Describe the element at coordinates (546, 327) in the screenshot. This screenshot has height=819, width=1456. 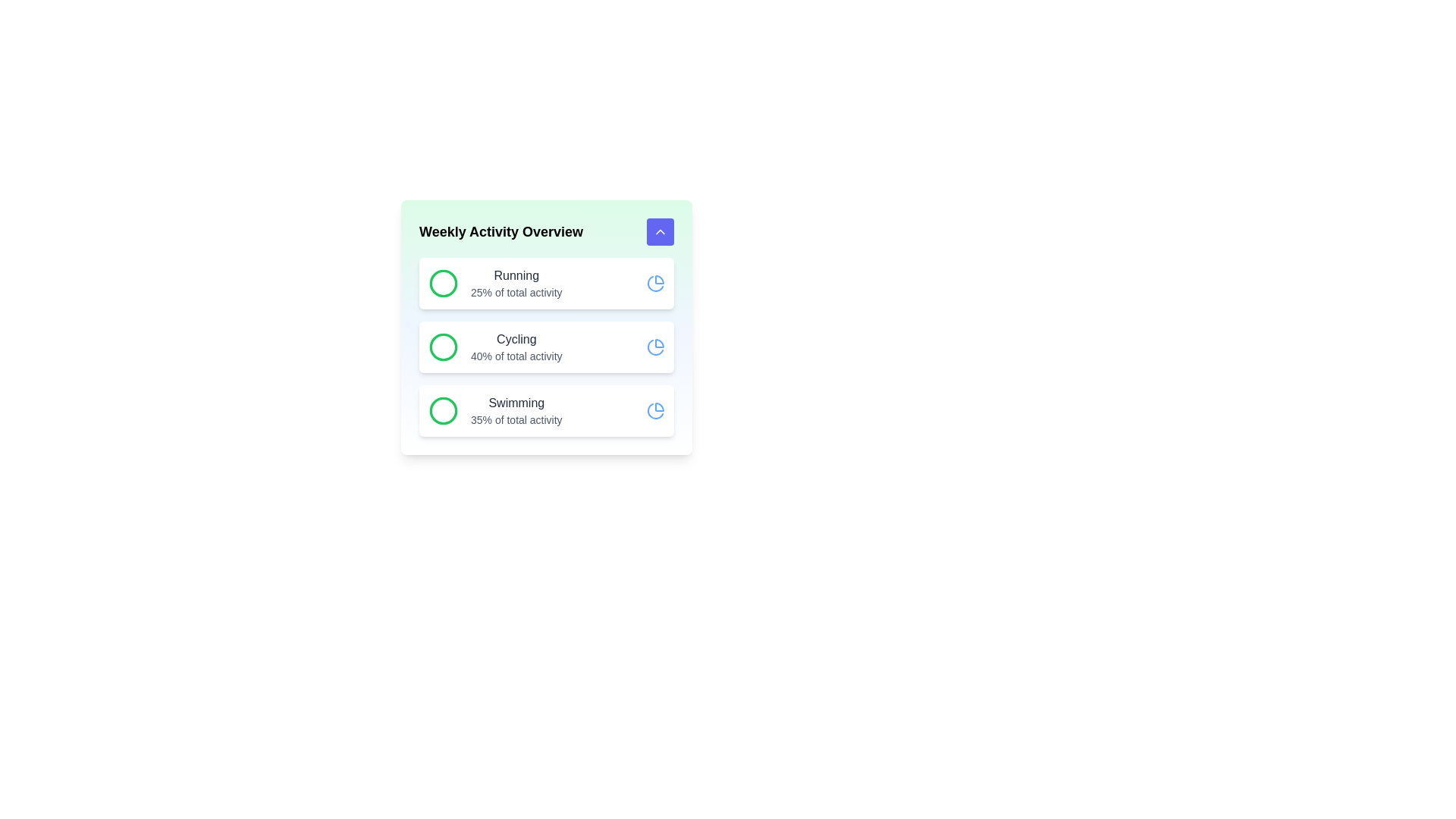
I see `the interactive icons or buttons within the Information card that displays weekly activity statistics for Running, Cycling, and Swimming` at that location.